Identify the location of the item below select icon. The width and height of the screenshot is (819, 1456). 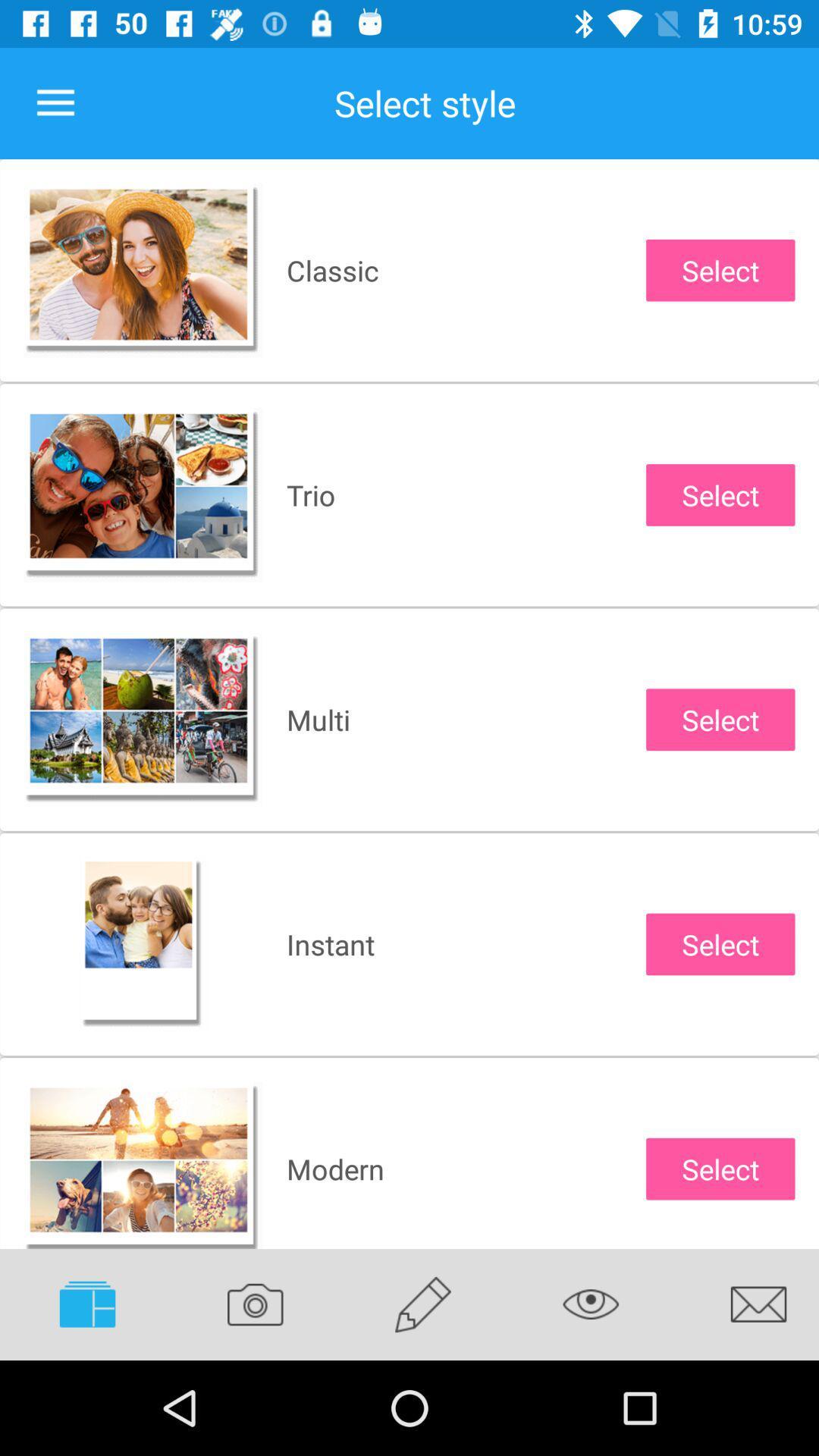
(746, 1304).